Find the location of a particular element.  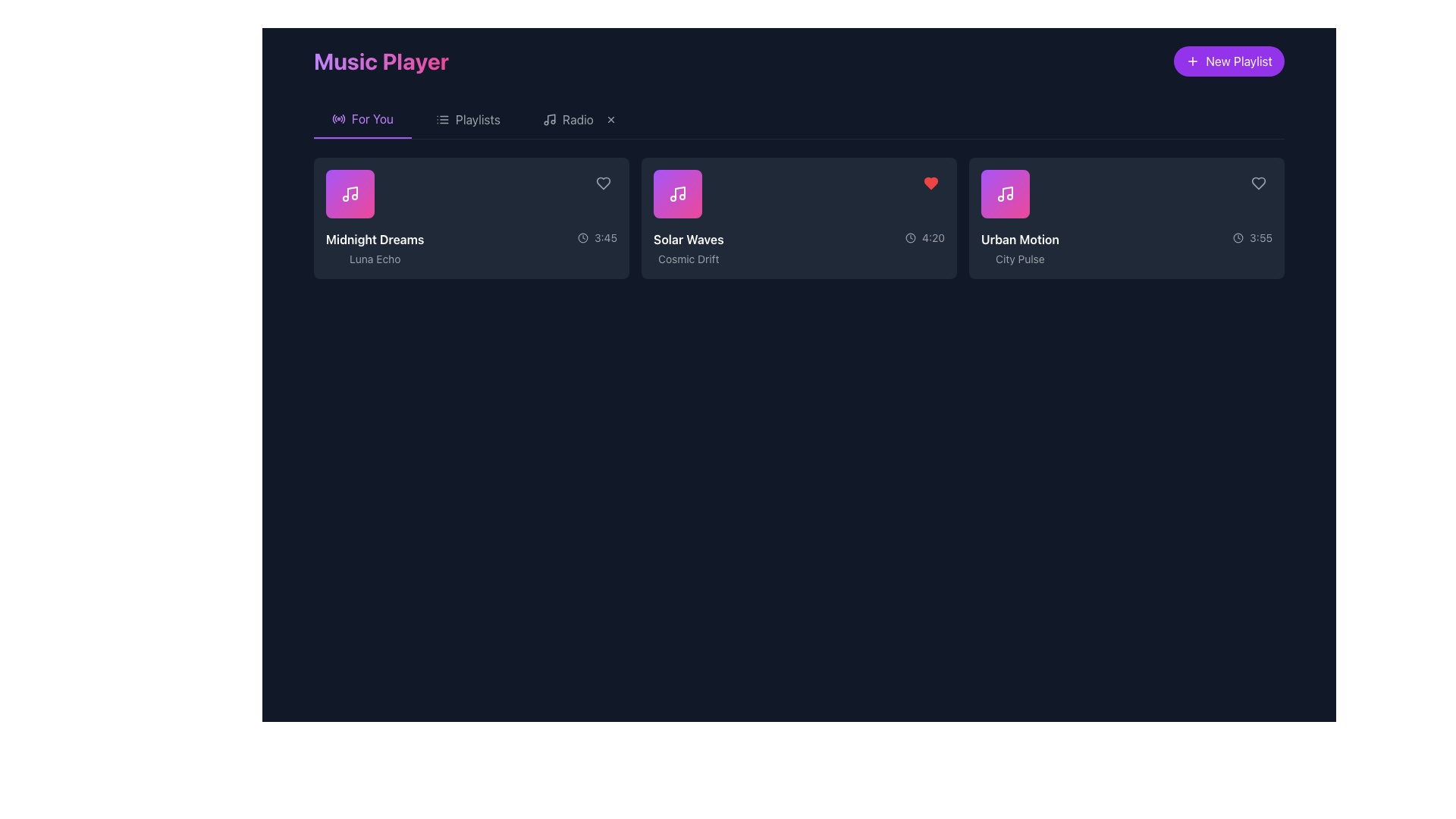

the clock icon located within the 'Urban Motion' item card is located at coordinates (1238, 237).